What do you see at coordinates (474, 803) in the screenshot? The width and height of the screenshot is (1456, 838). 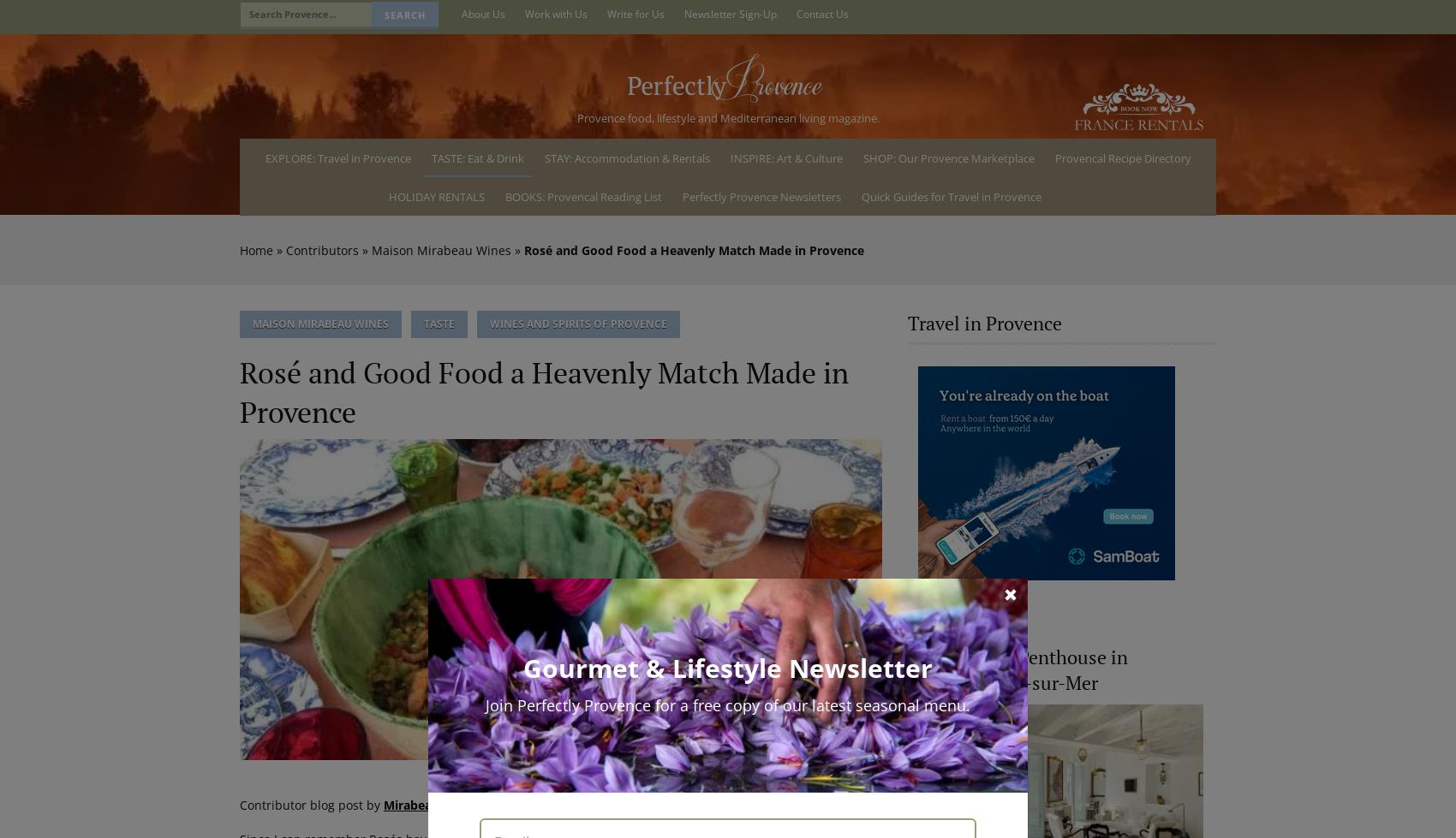 I see `':'` at bounding box center [474, 803].